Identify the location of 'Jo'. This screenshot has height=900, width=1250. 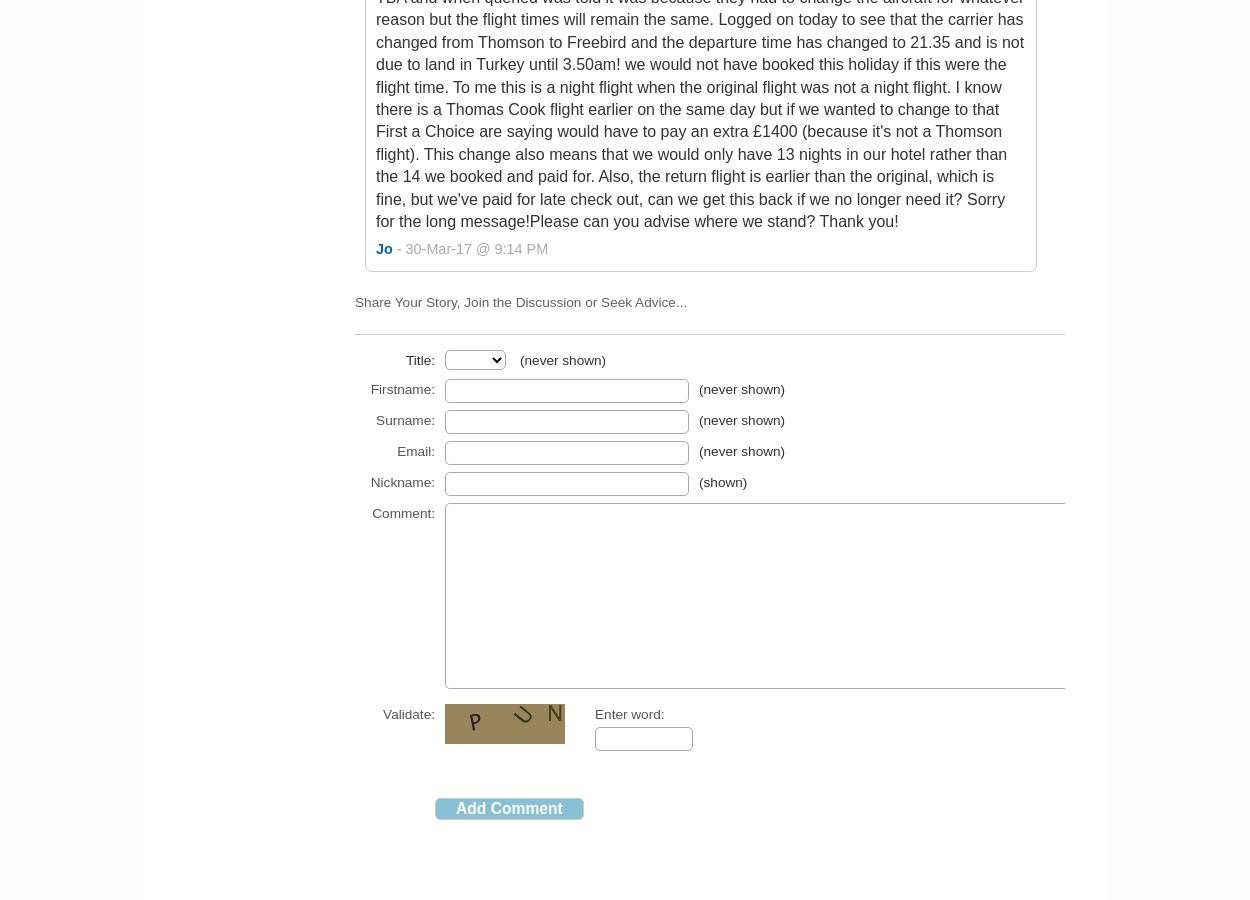
(383, 248).